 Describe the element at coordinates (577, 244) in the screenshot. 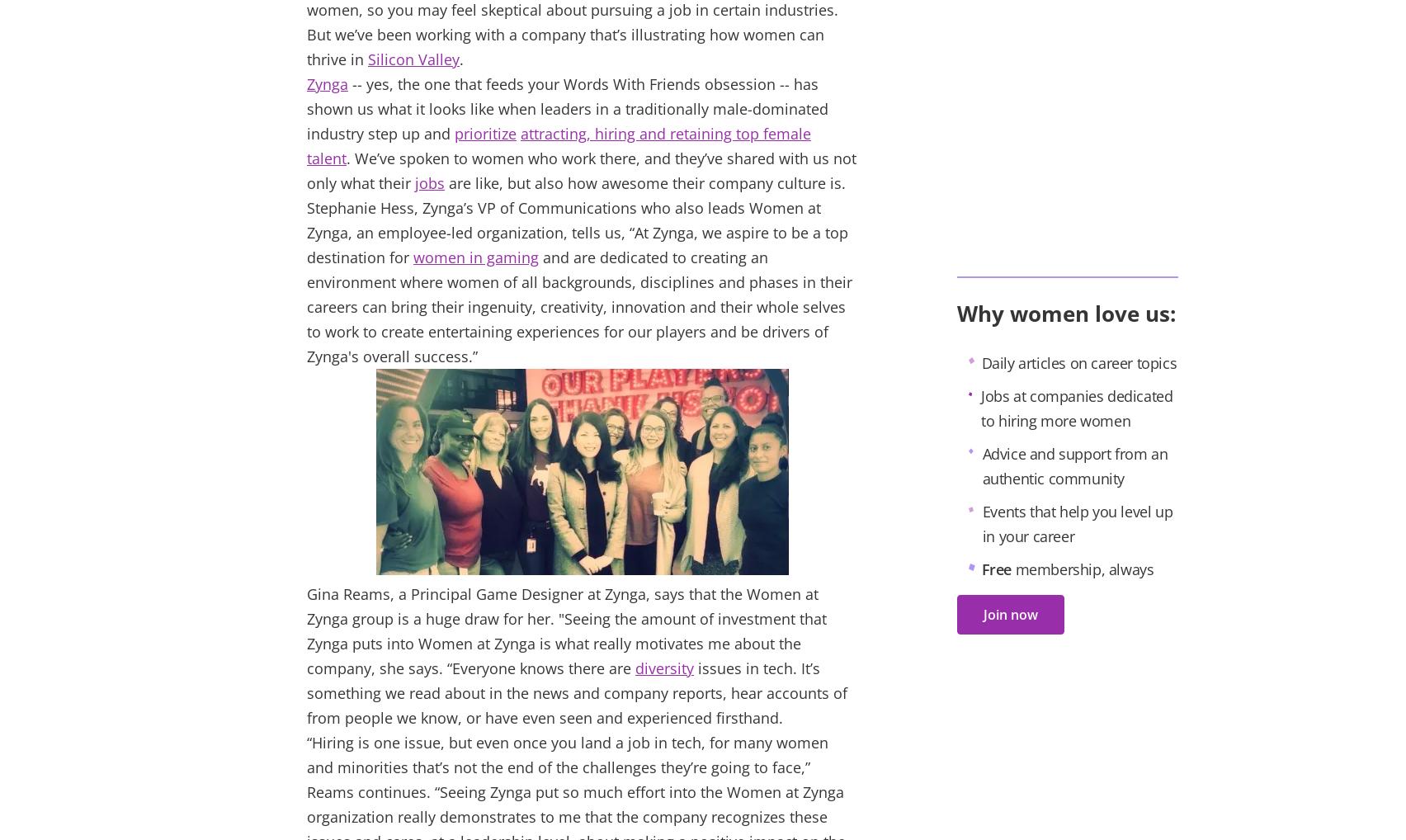

I see `'At Zynga, we aspire to be a top destination for'` at that location.